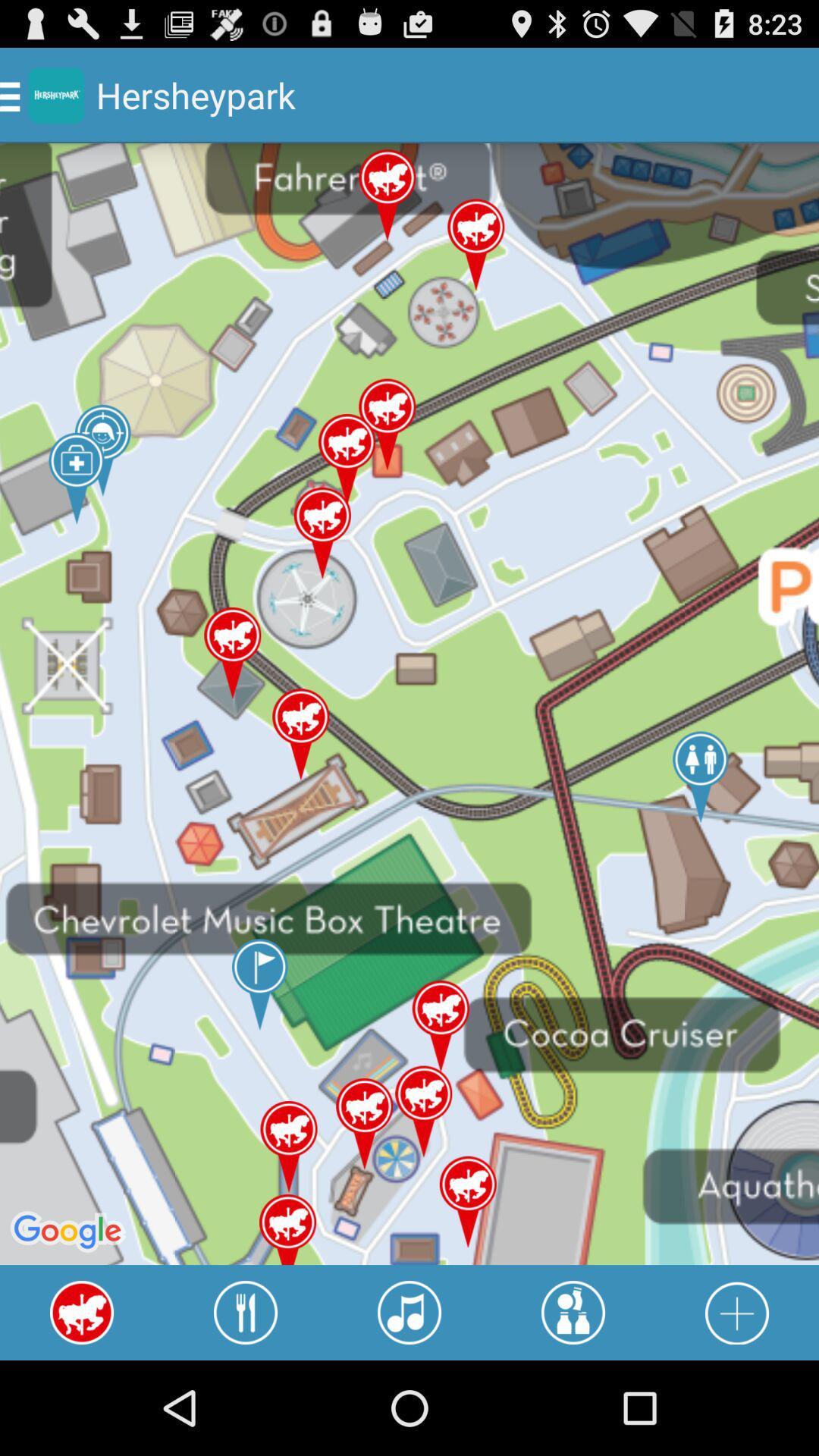  What do you see at coordinates (409, 1312) in the screenshot?
I see `icon at the bottom` at bounding box center [409, 1312].